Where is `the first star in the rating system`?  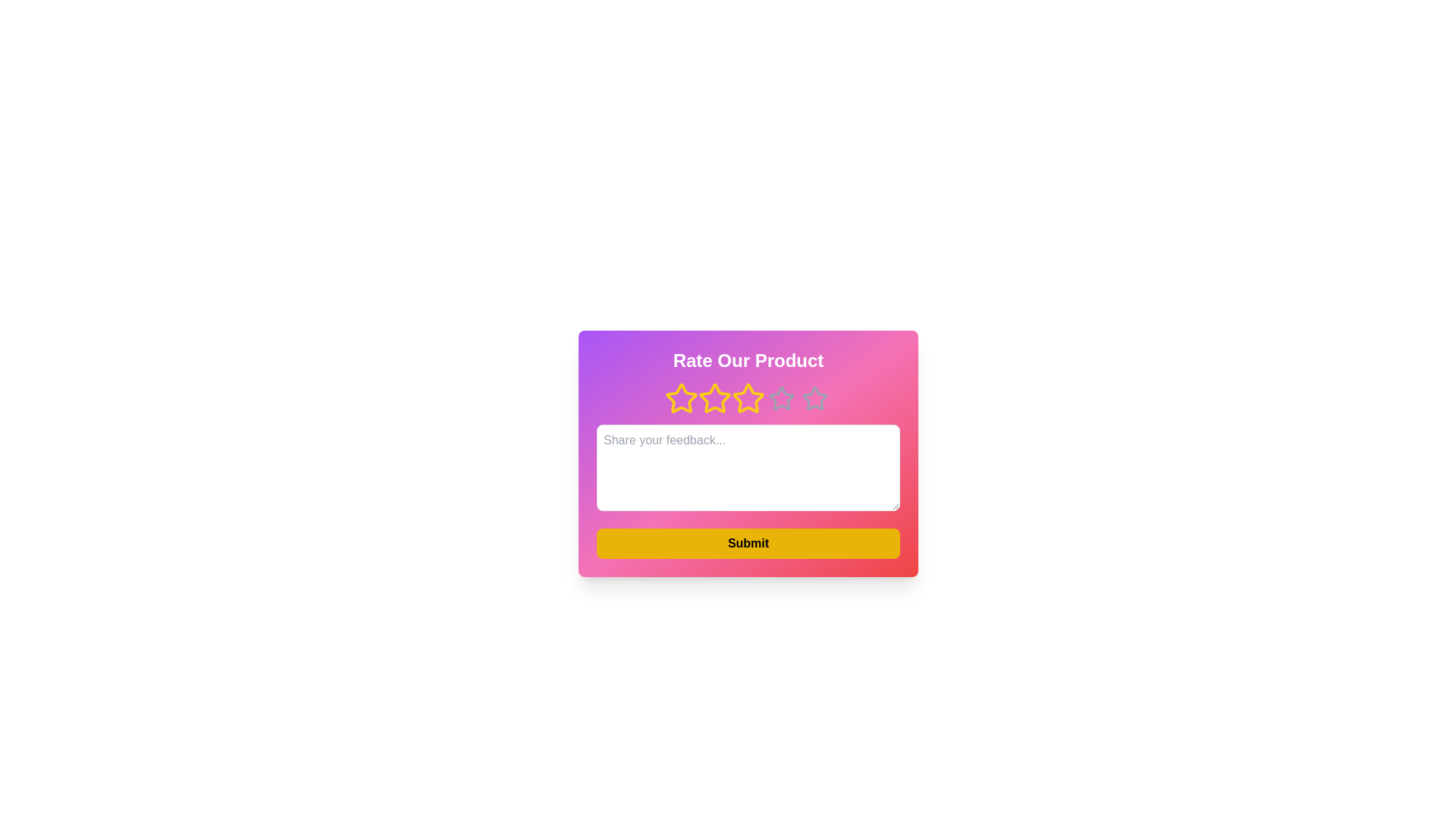
the first star in the rating system is located at coordinates (680, 397).